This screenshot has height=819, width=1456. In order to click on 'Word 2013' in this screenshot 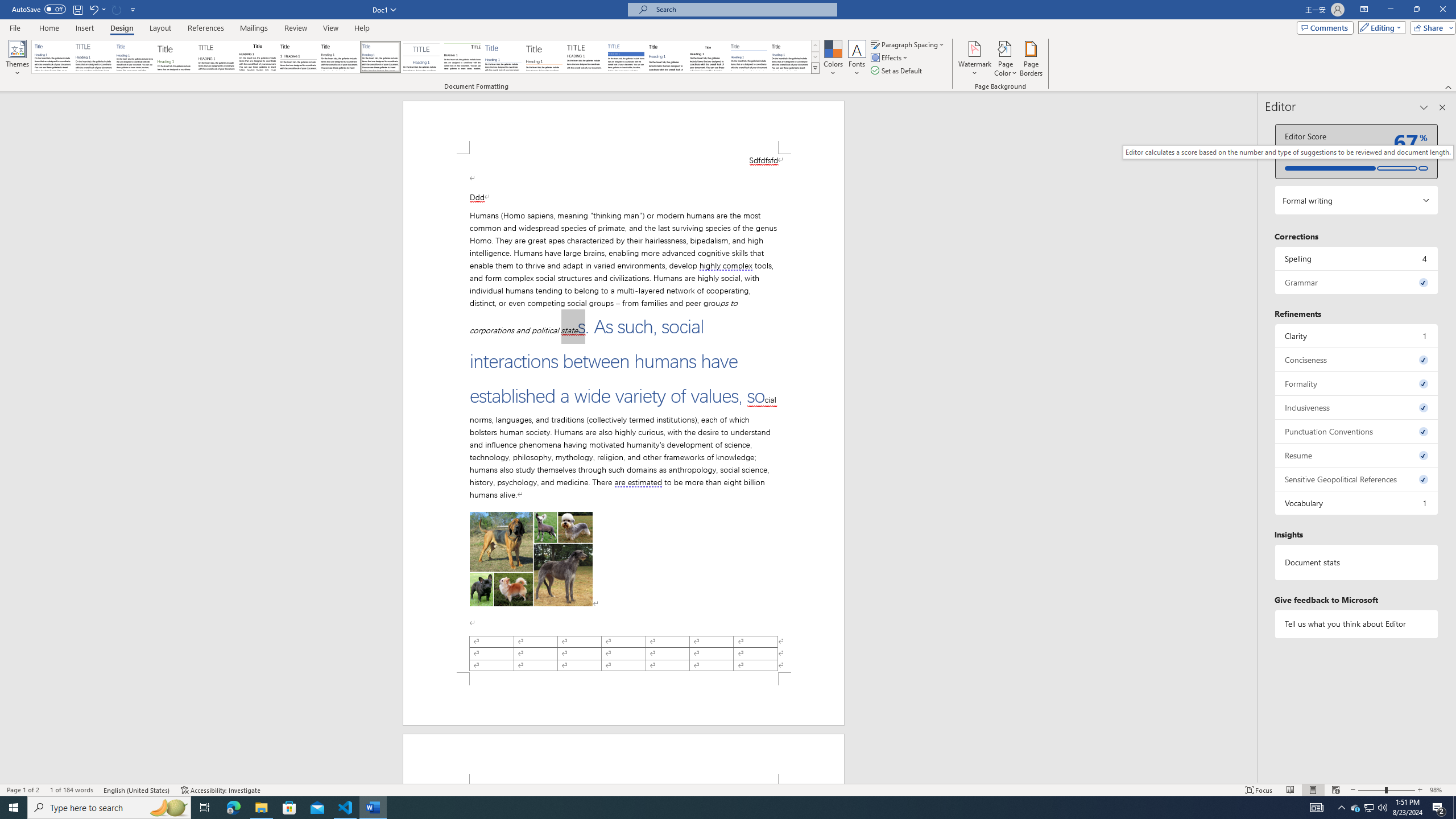, I will do `click(791, 56)`.